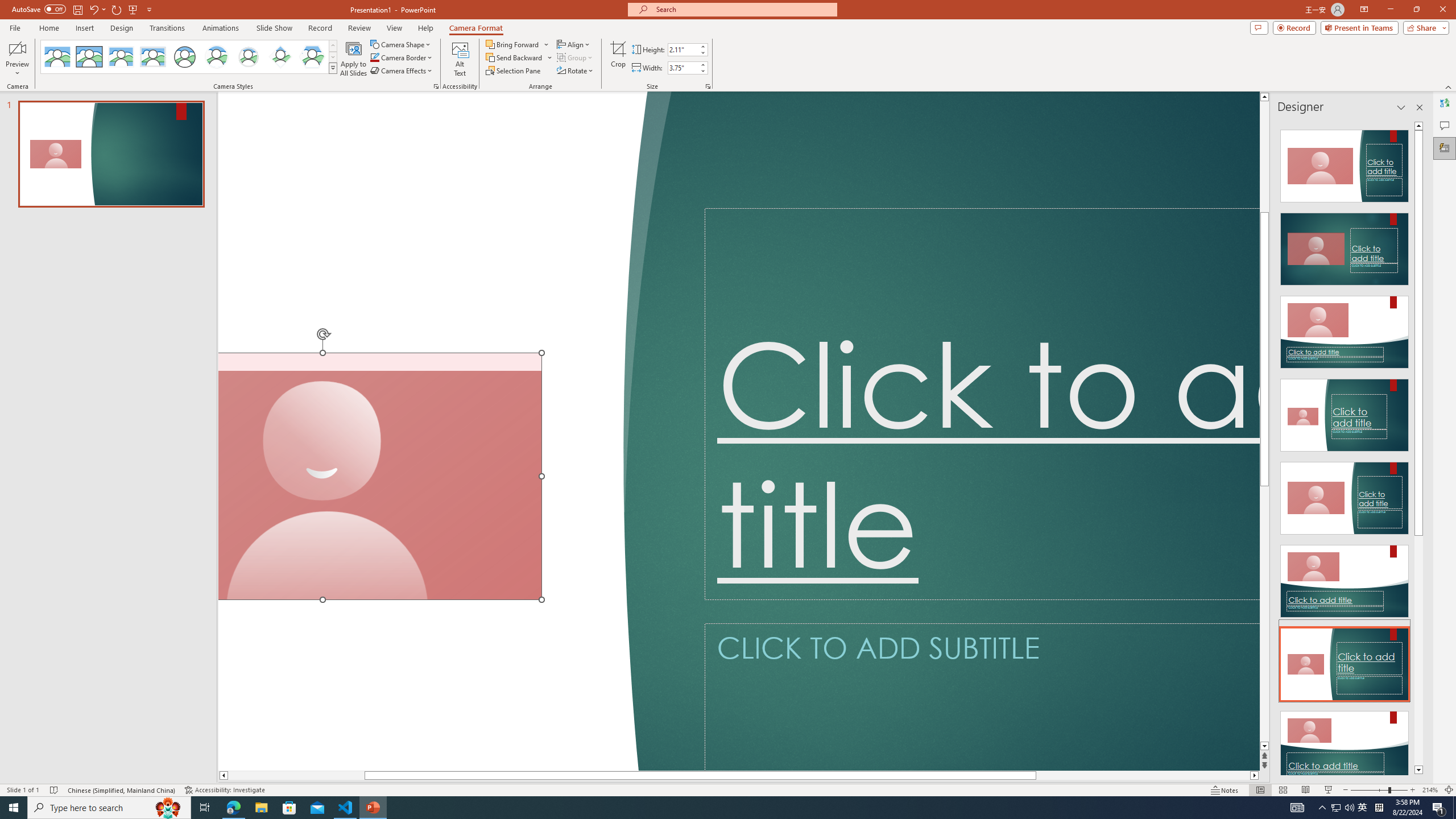 This screenshot has height=819, width=1456. I want to click on 'Simple Frame Circle', so click(185, 56).